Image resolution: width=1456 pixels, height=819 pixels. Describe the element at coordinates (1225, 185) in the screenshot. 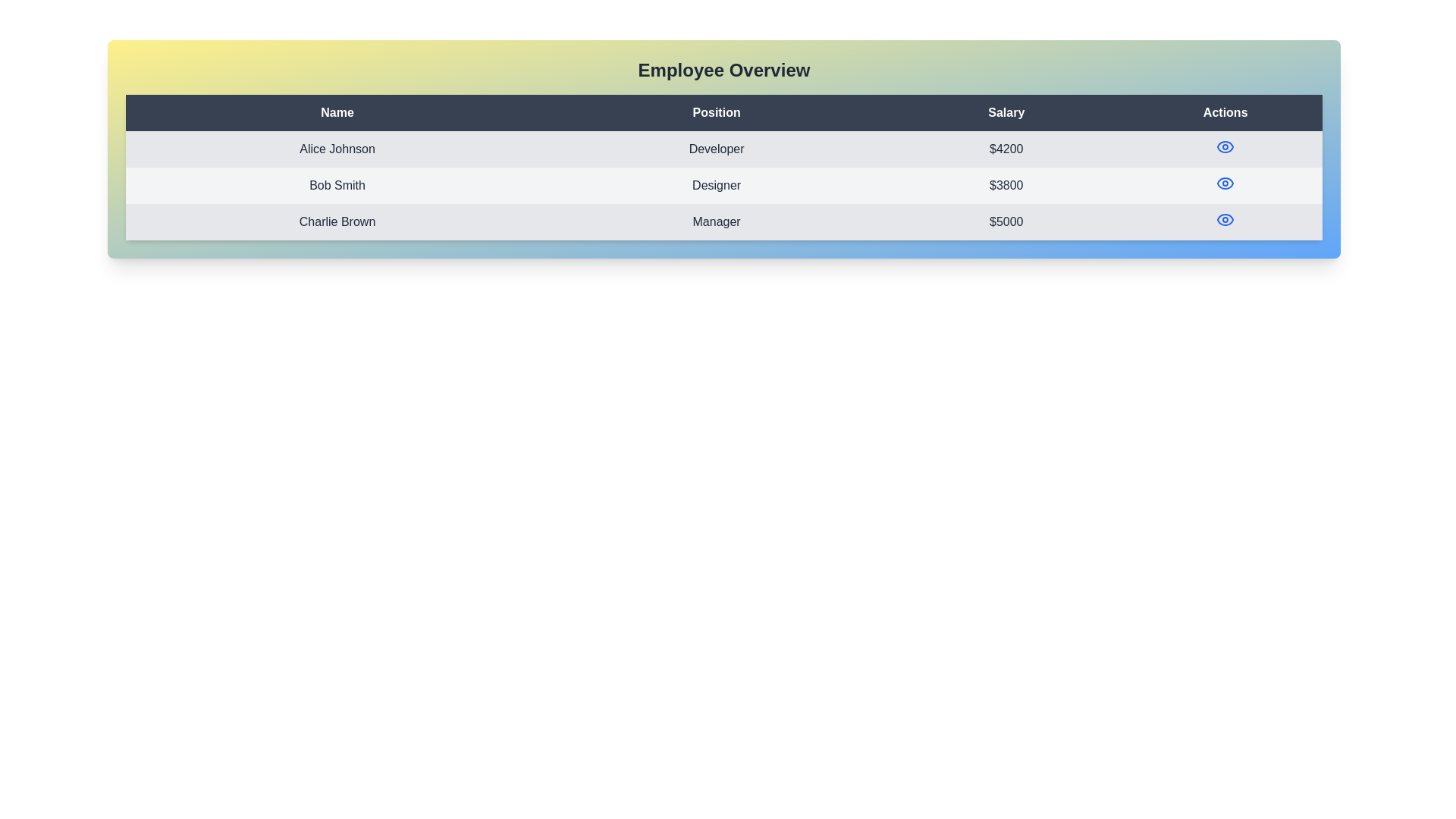

I see `the circular blue eye icon in the 'Actions' column of the 'Employee Overview' section for the row labeled 'Bob Smith'` at that location.